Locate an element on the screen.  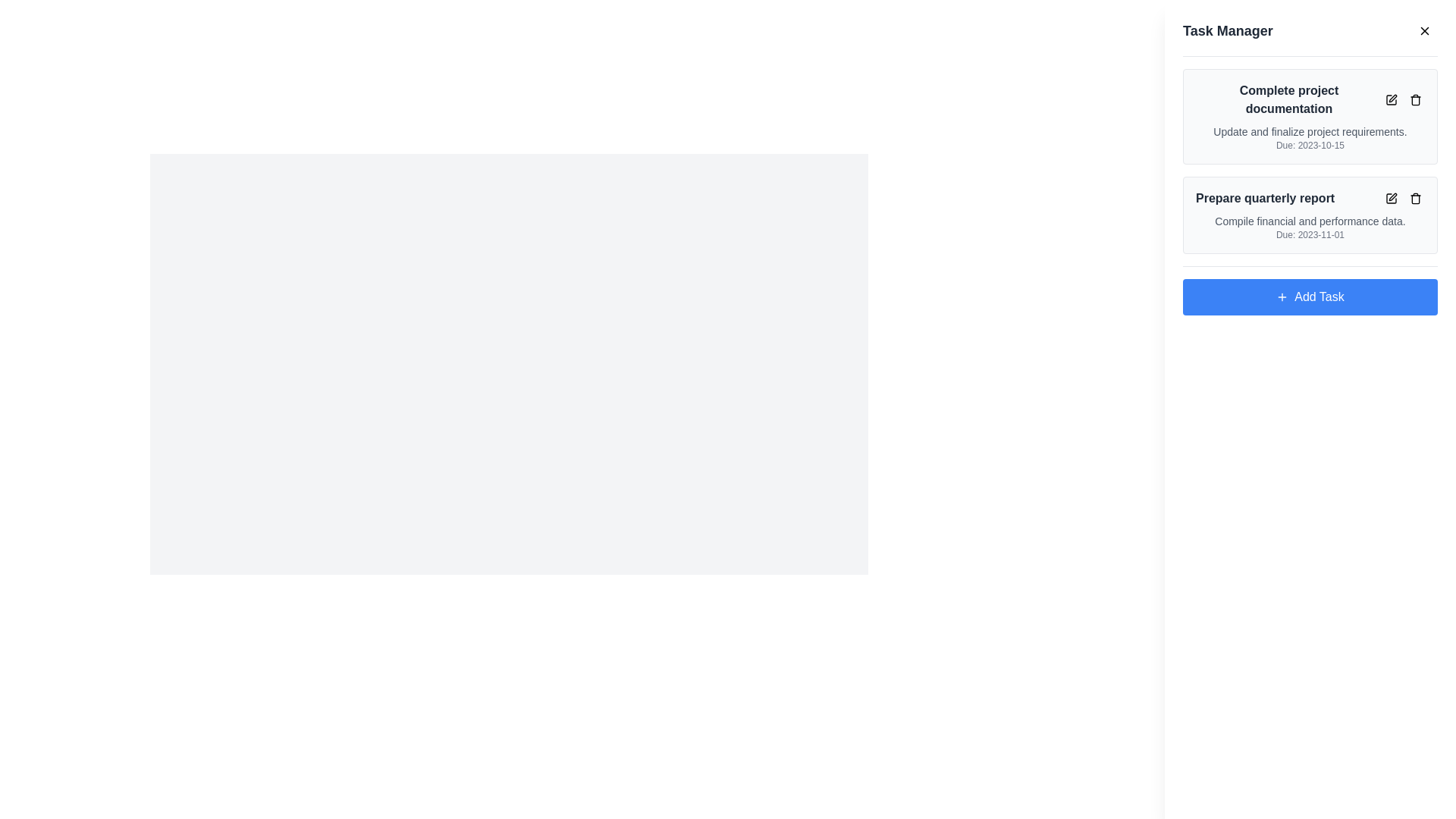
the trash bin icon, which is a rectangular SVG graphic with an outline appearance, located next to the 'Prepare quarterly report' task in the task management interface is located at coordinates (1415, 198).